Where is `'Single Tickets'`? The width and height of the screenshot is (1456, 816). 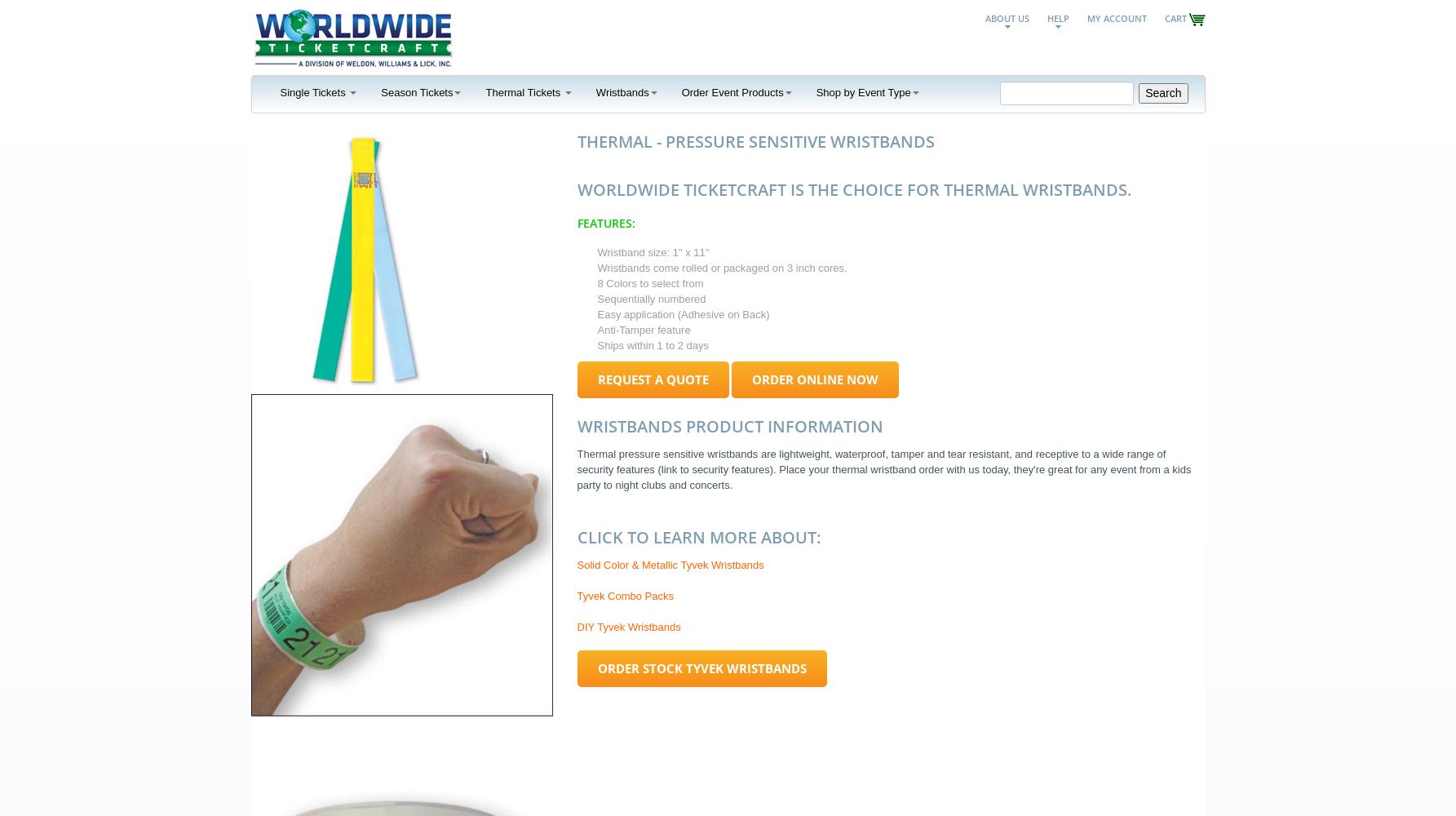 'Single Tickets' is located at coordinates (313, 91).